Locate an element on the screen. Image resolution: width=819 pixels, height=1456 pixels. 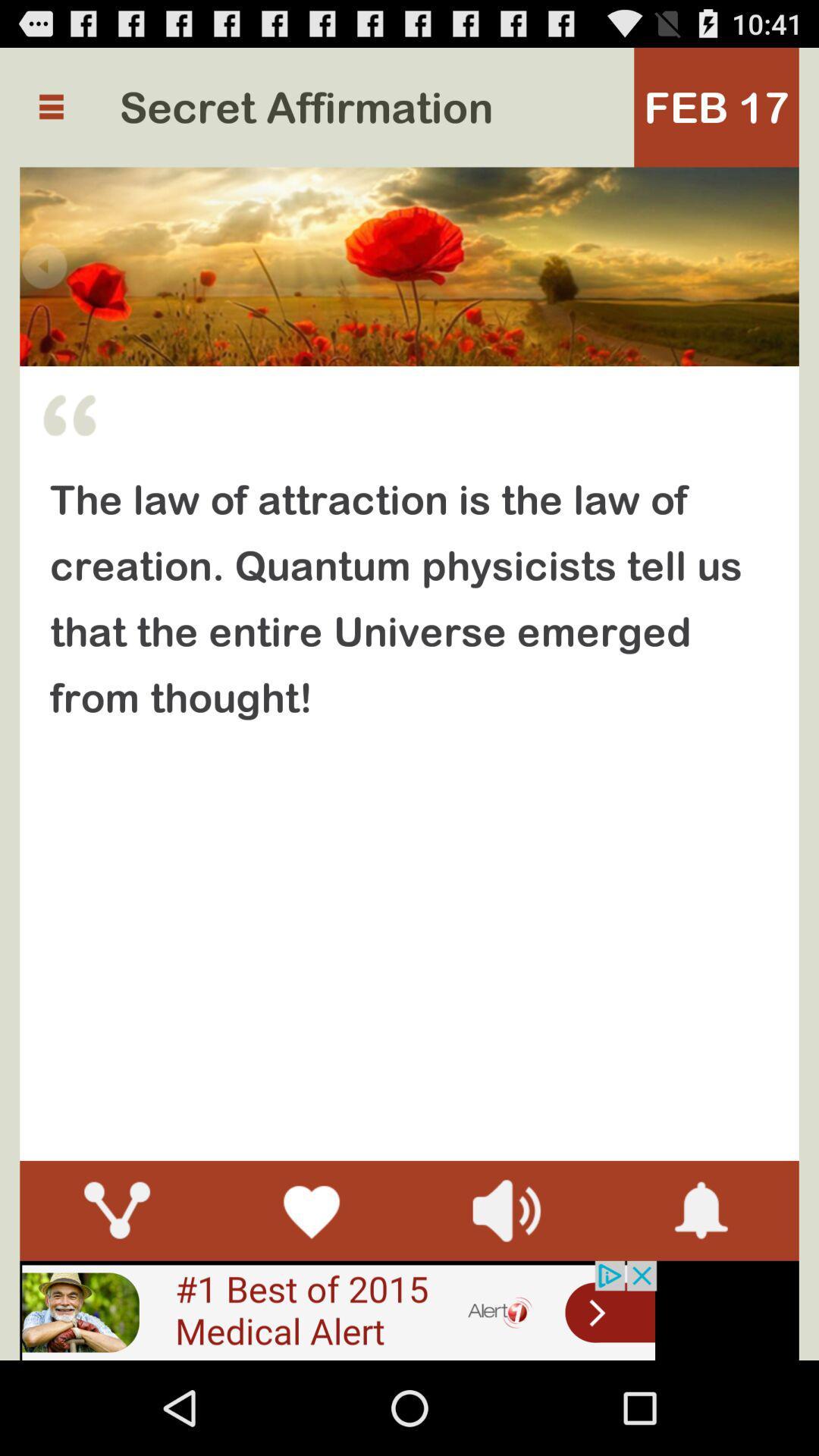
know bout the advertisement is located at coordinates (337, 1310).